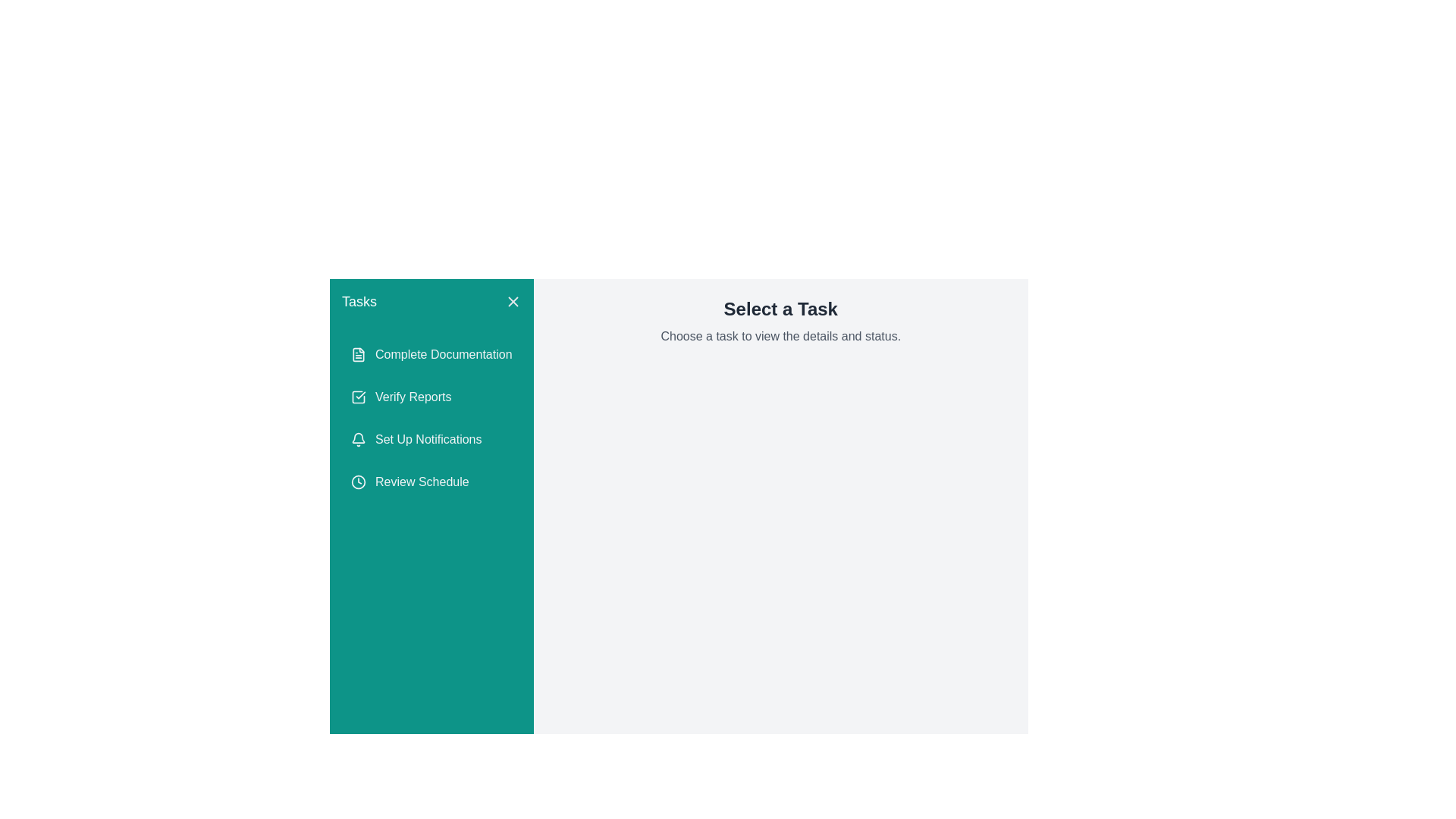 This screenshot has height=819, width=1456. I want to click on the teal square icon with a checkmark inside, which is located second from the top in the sidebar, next to the 'Verify Reports' text, so click(358, 397).